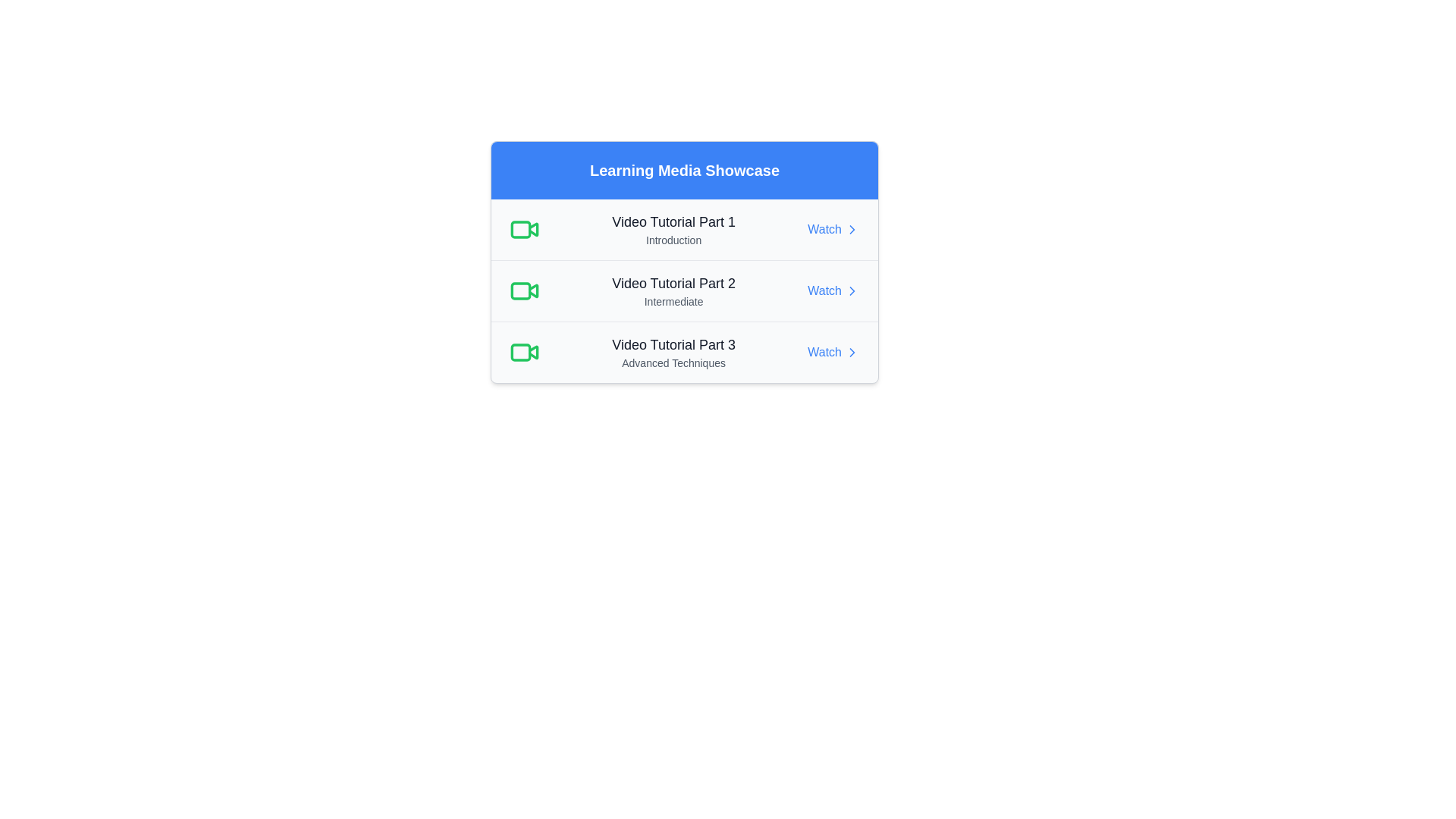 The width and height of the screenshot is (1456, 819). What do you see at coordinates (673, 362) in the screenshot?
I see `the descriptive text element located below the 'Video Tutorial Part 3' heading, which serves as additional detail for that section` at bounding box center [673, 362].